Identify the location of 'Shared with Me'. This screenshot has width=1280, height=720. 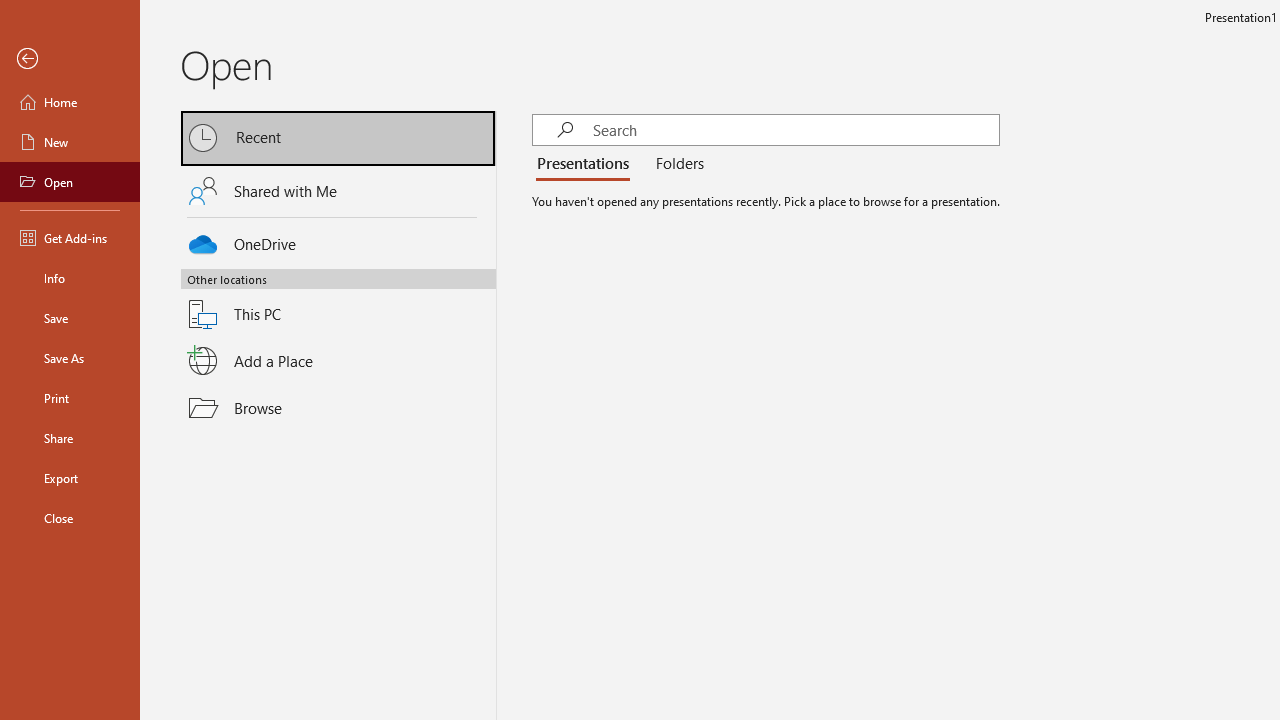
(338, 191).